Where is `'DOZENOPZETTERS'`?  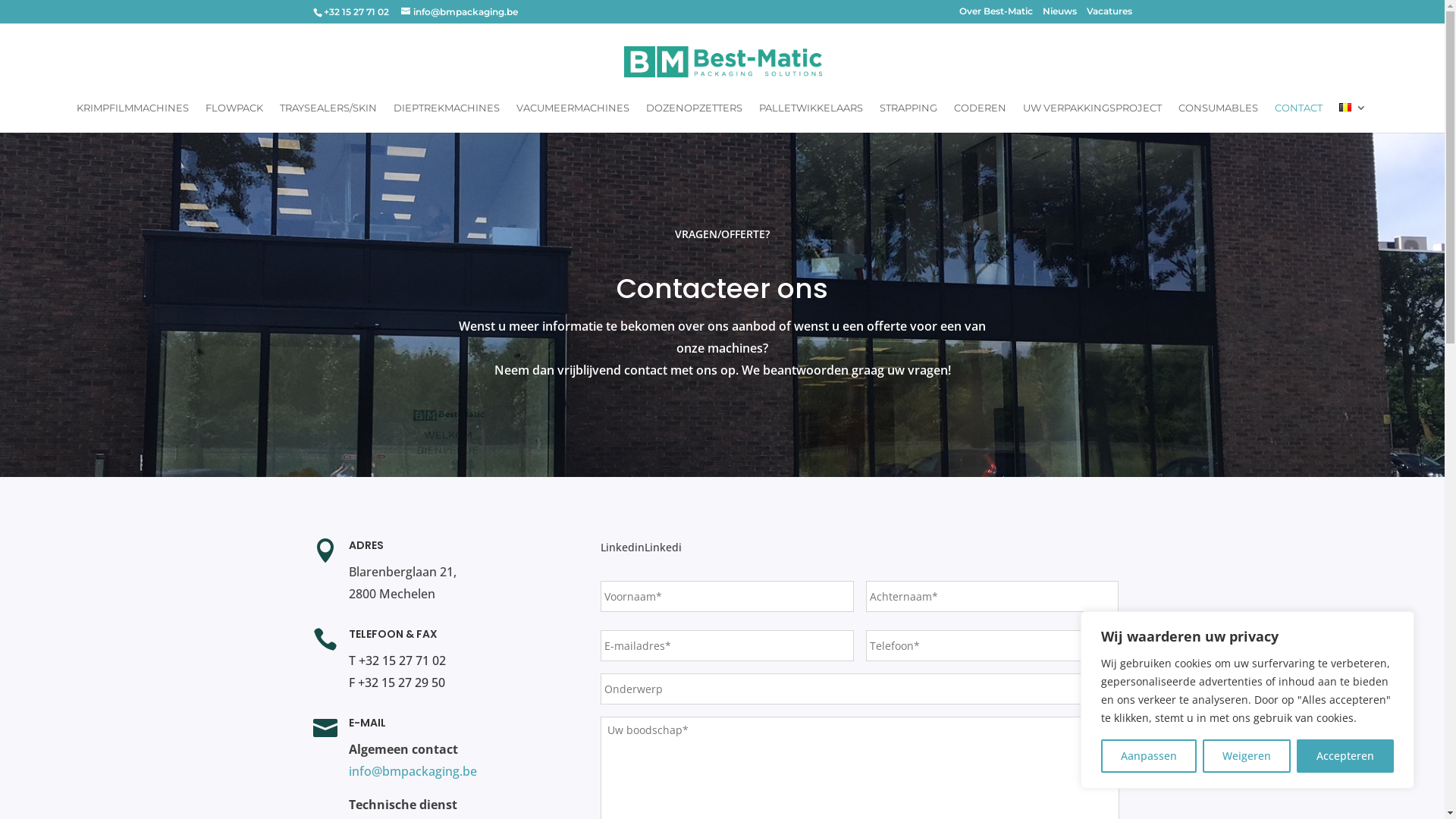
'DOZENOPZETTERS' is located at coordinates (693, 116).